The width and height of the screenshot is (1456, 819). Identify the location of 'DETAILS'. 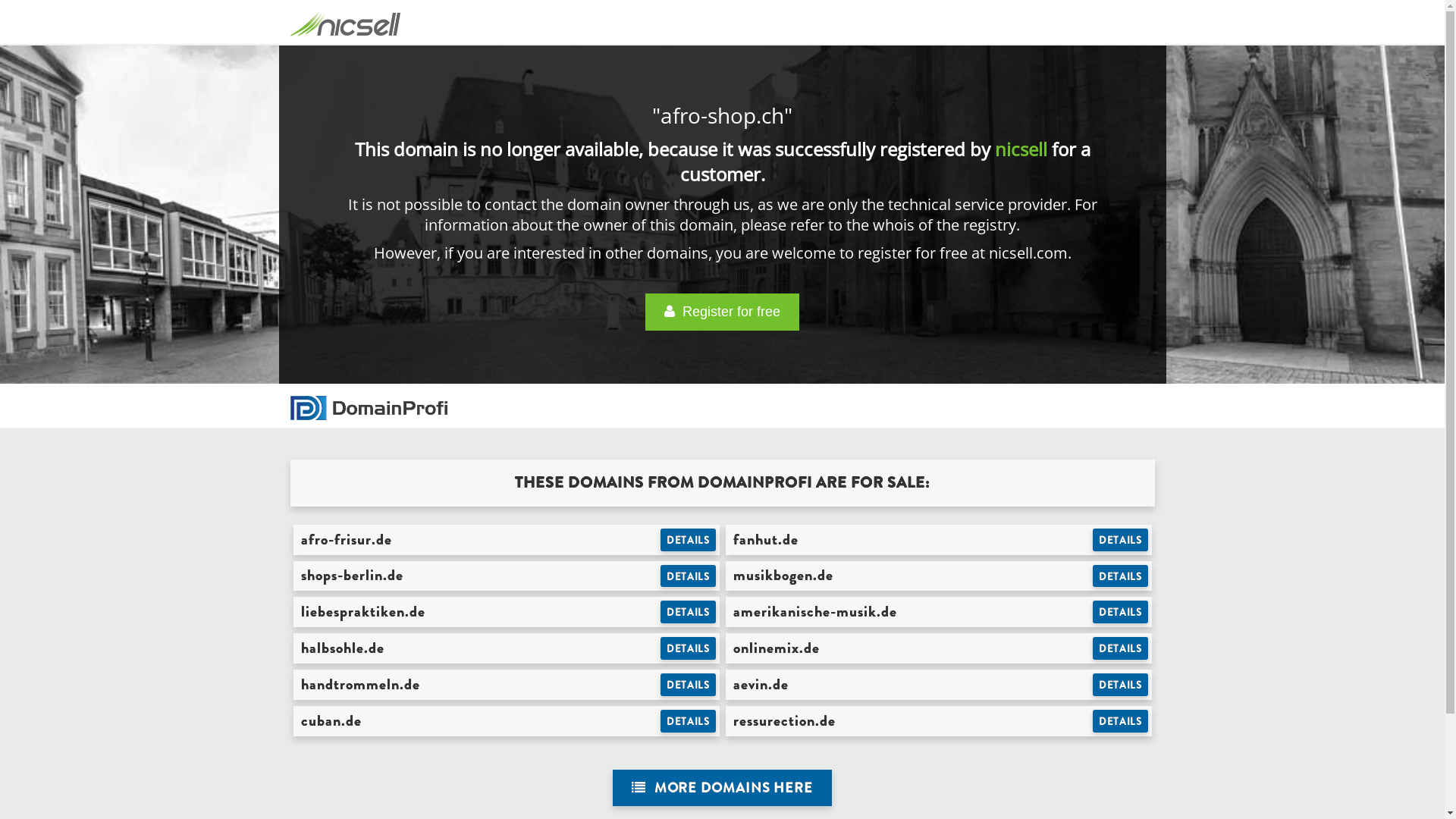
(1120, 684).